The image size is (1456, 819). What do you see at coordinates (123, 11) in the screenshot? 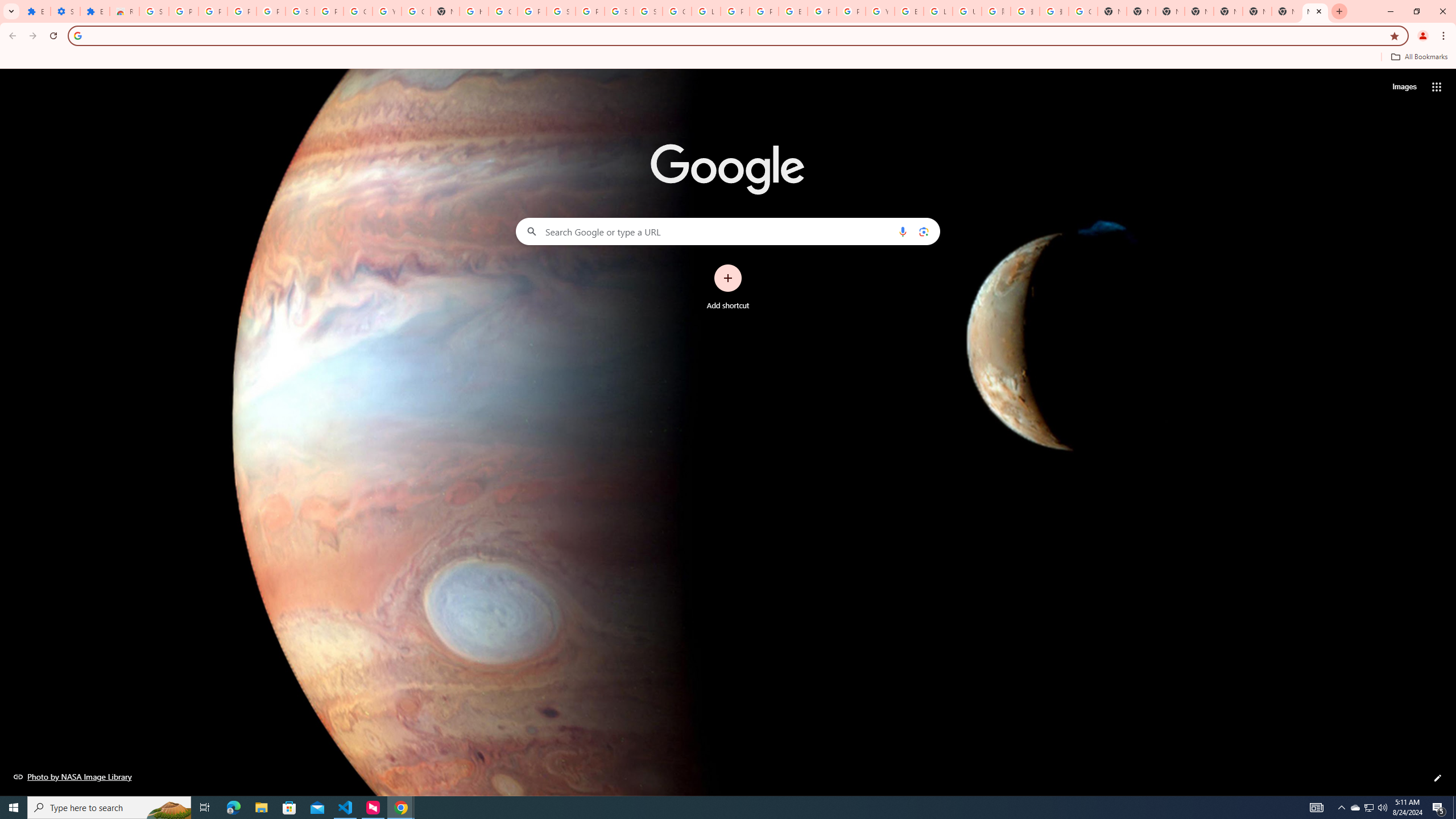
I see `'Reviews: Helix Fruit Jump Arcade Game'` at bounding box center [123, 11].